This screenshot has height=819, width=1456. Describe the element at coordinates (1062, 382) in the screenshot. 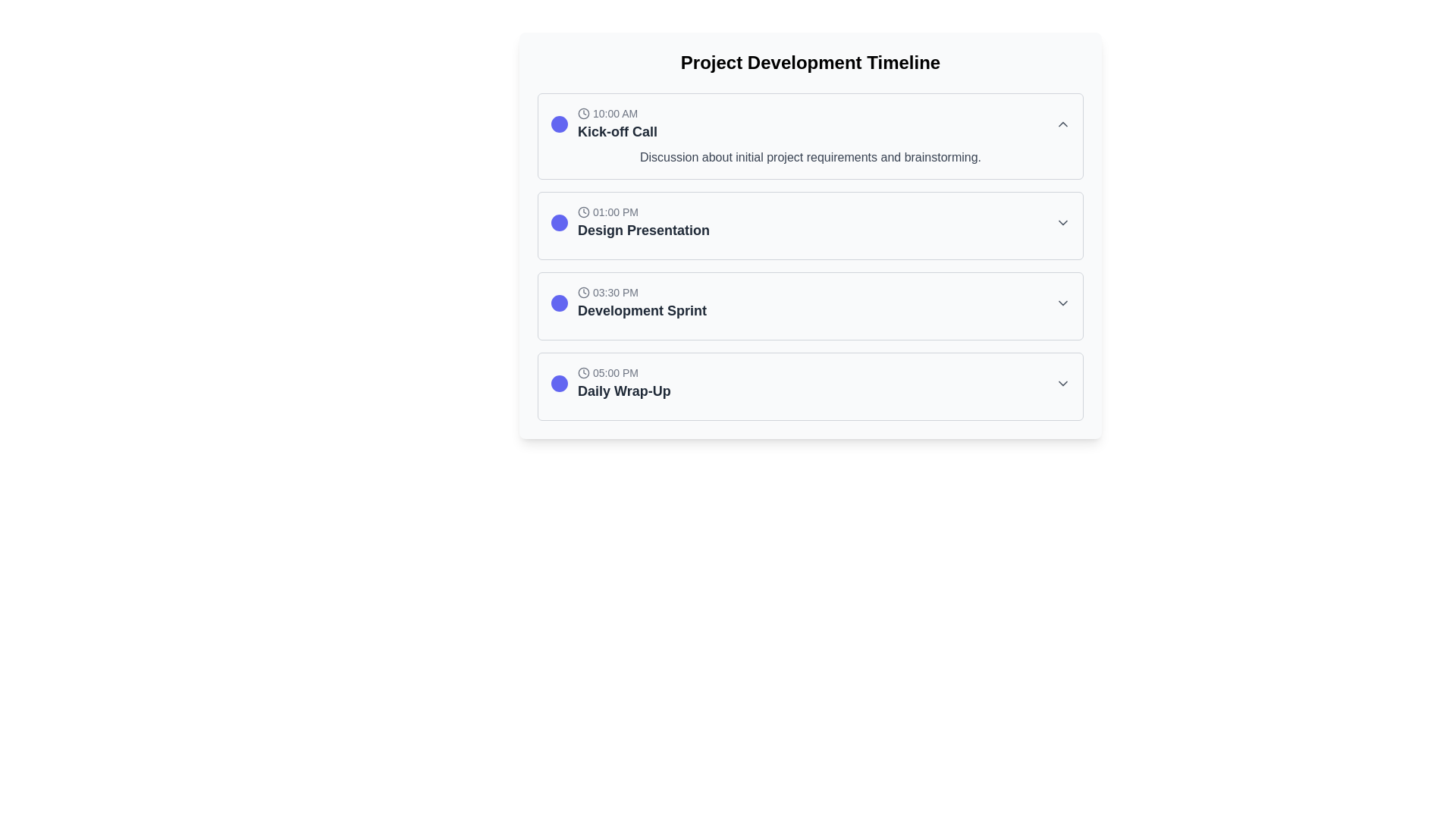

I see `the Chevron Icon located at the far right of the 'Daily Wrap-Up' timeline item` at that location.